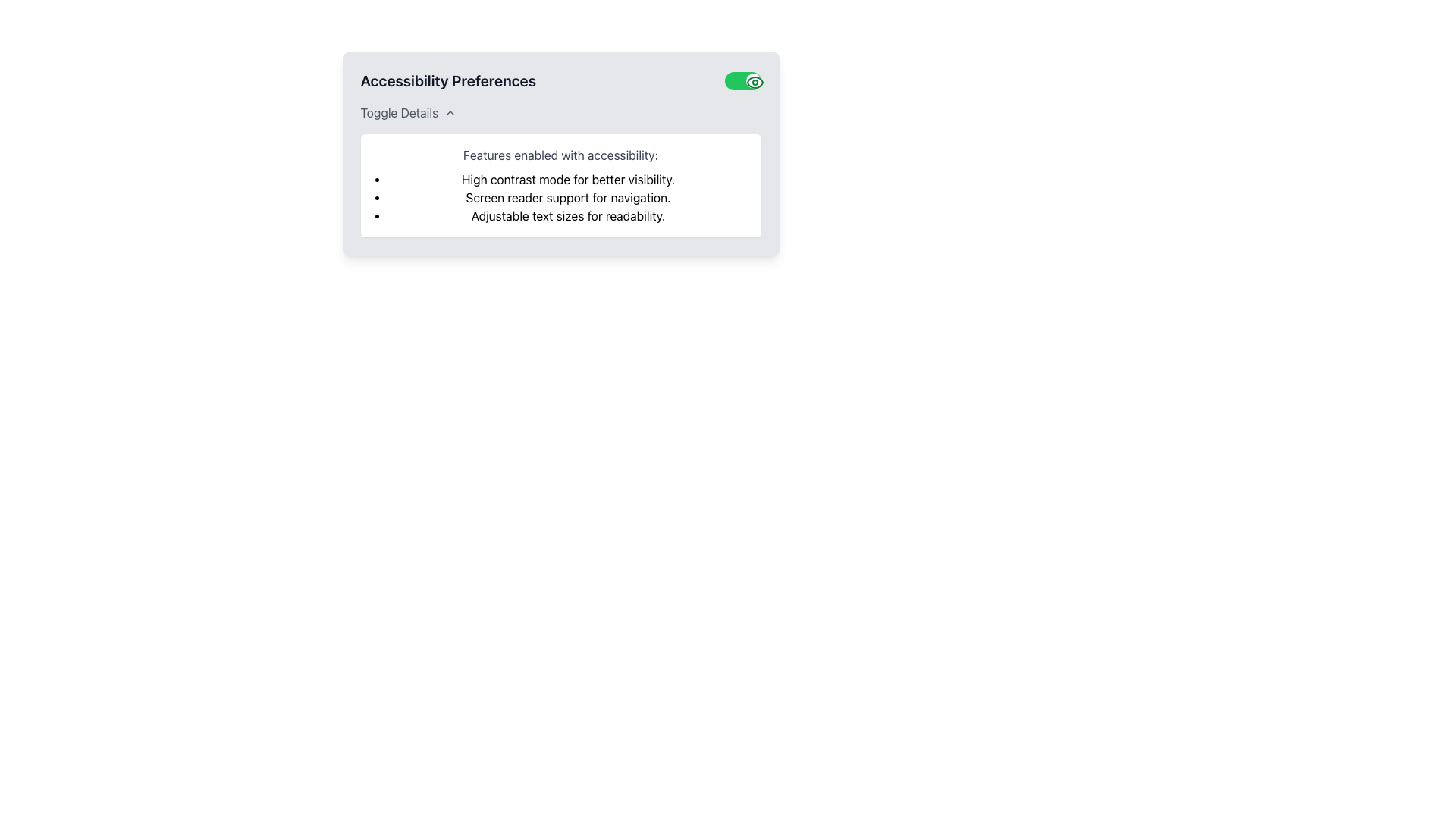 The height and width of the screenshot is (819, 1456). I want to click on upward-pointing arrow icon located next to the 'Toggle Details' text in the Accessibility Preferences interface visually, so click(450, 112).